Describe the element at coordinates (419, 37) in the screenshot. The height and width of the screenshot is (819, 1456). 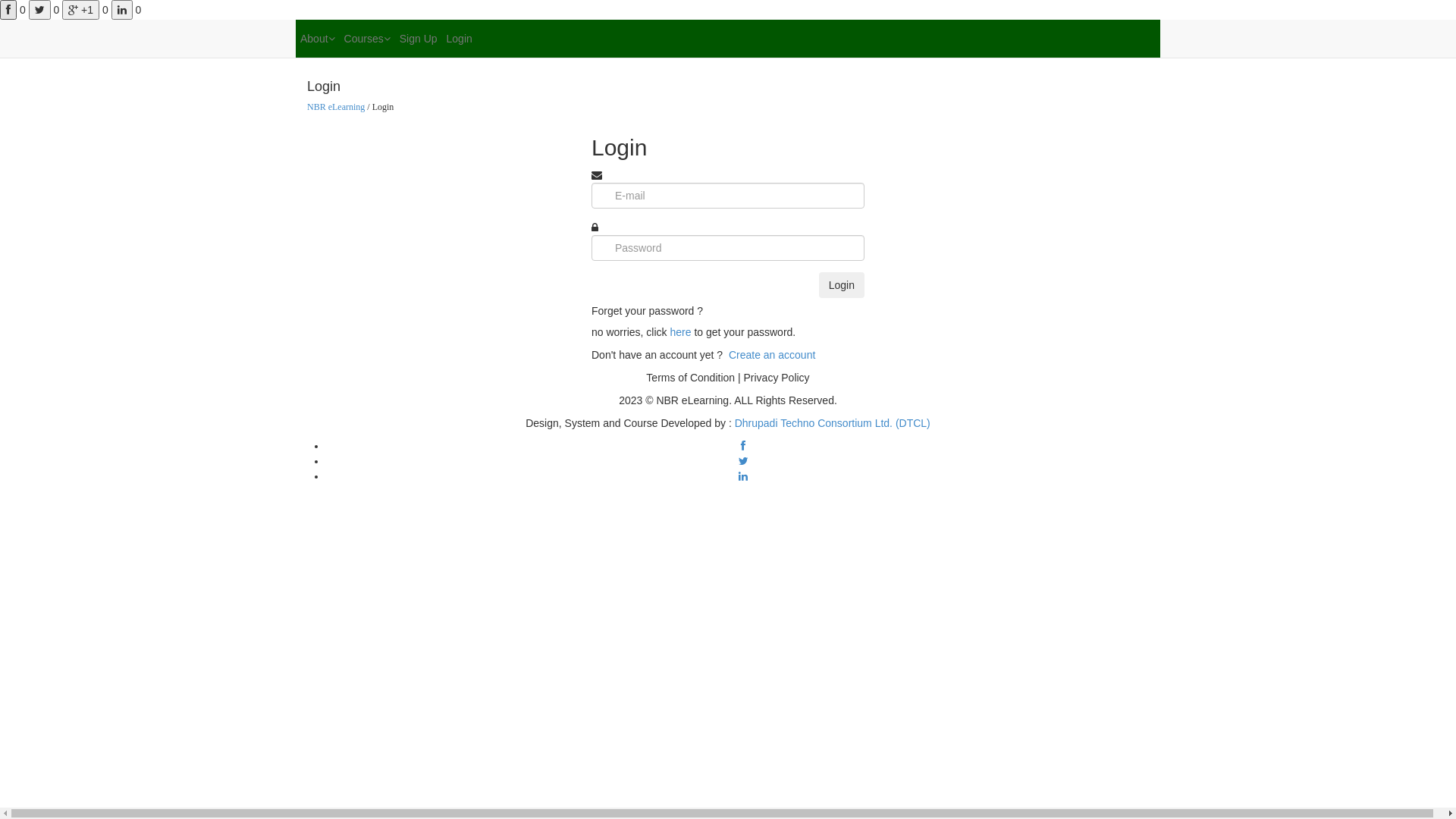
I see `'Sign Up'` at that location.